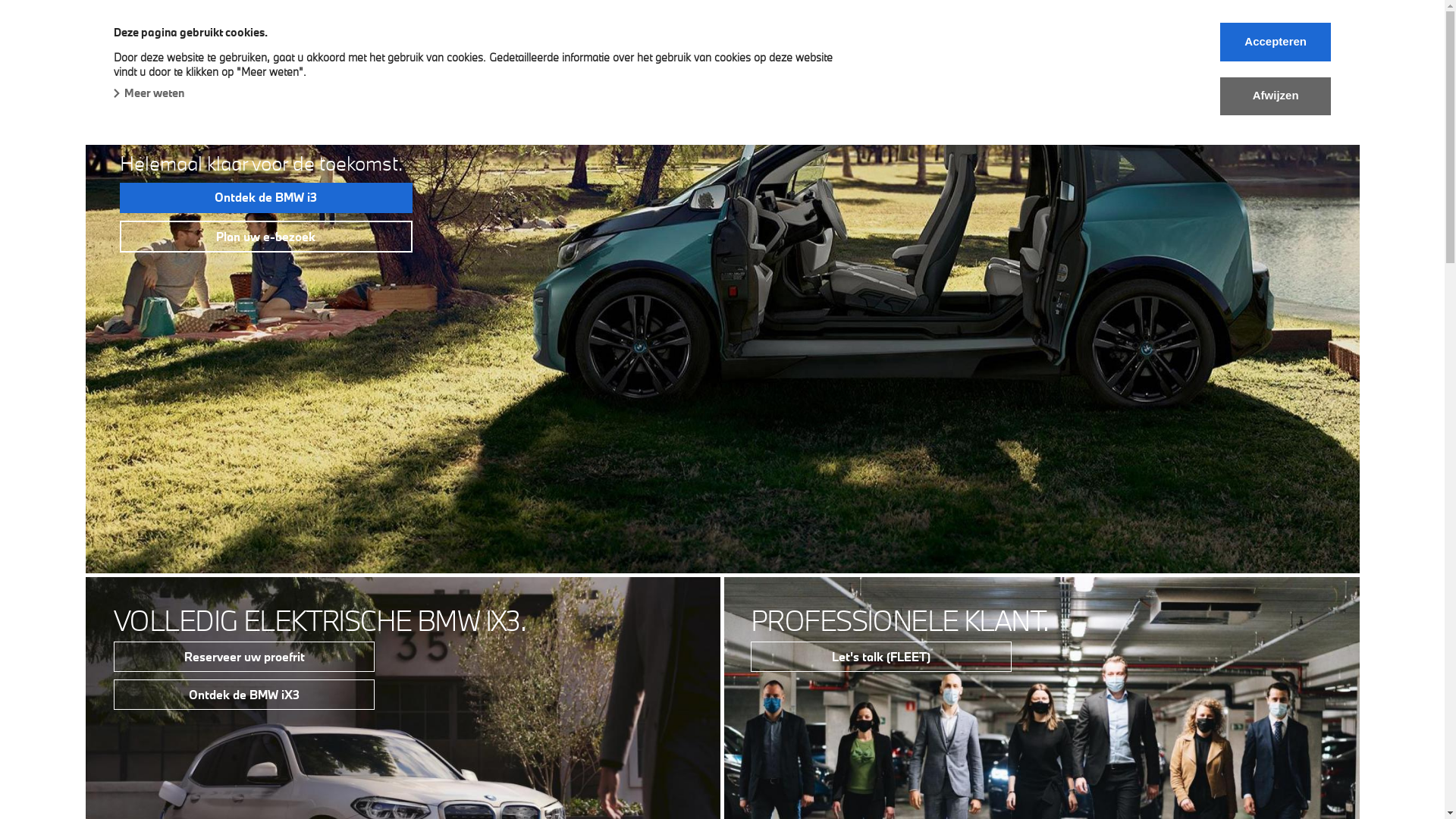 The image size is (1456, 819). I want to click on 'Ontdek de BMW i3', so click(265, 197).